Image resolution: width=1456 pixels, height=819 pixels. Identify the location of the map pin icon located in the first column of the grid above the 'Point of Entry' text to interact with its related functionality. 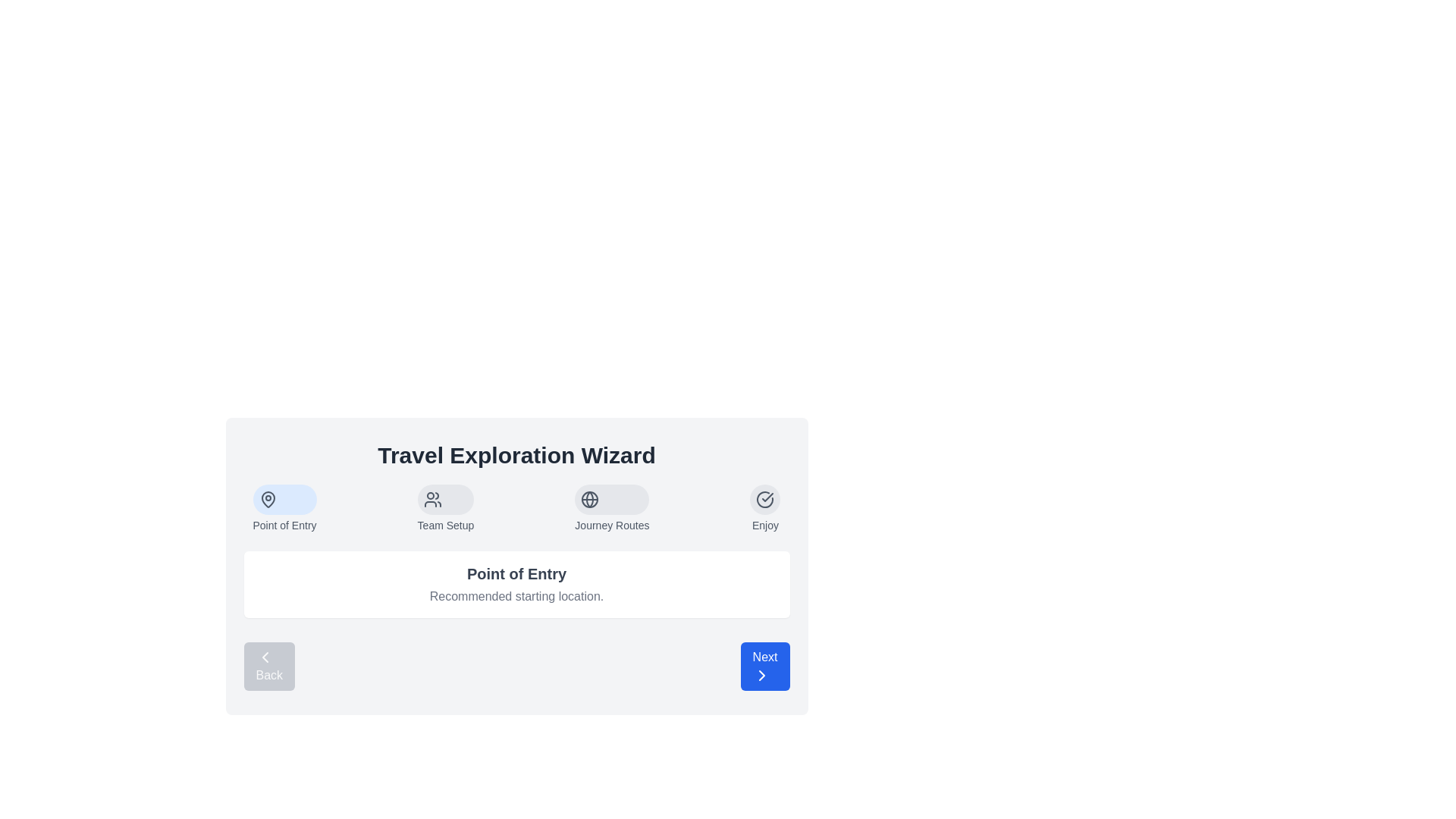
(268, 500).